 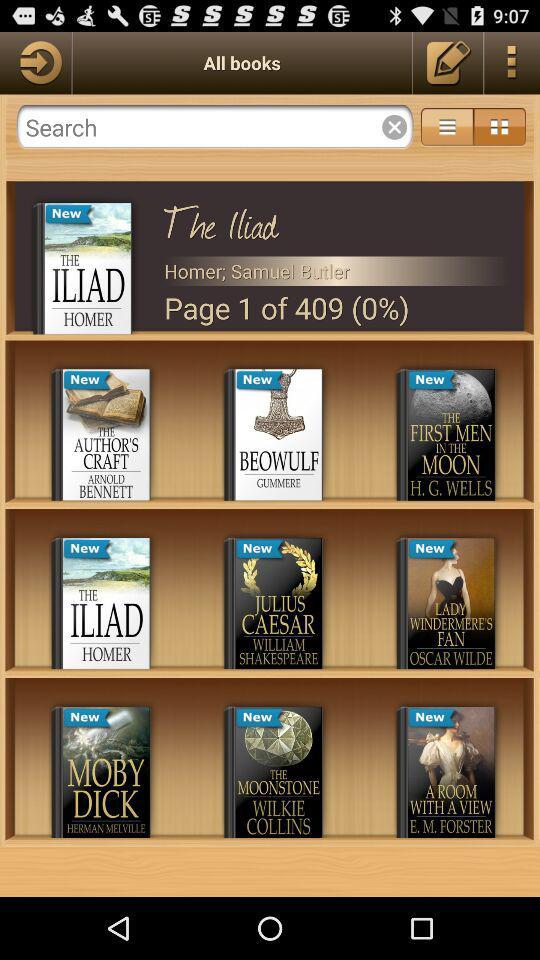 What do you see at coordinates (512, 67) in the screenshot?
I see `the more icon` at bounding box center [512, 67].